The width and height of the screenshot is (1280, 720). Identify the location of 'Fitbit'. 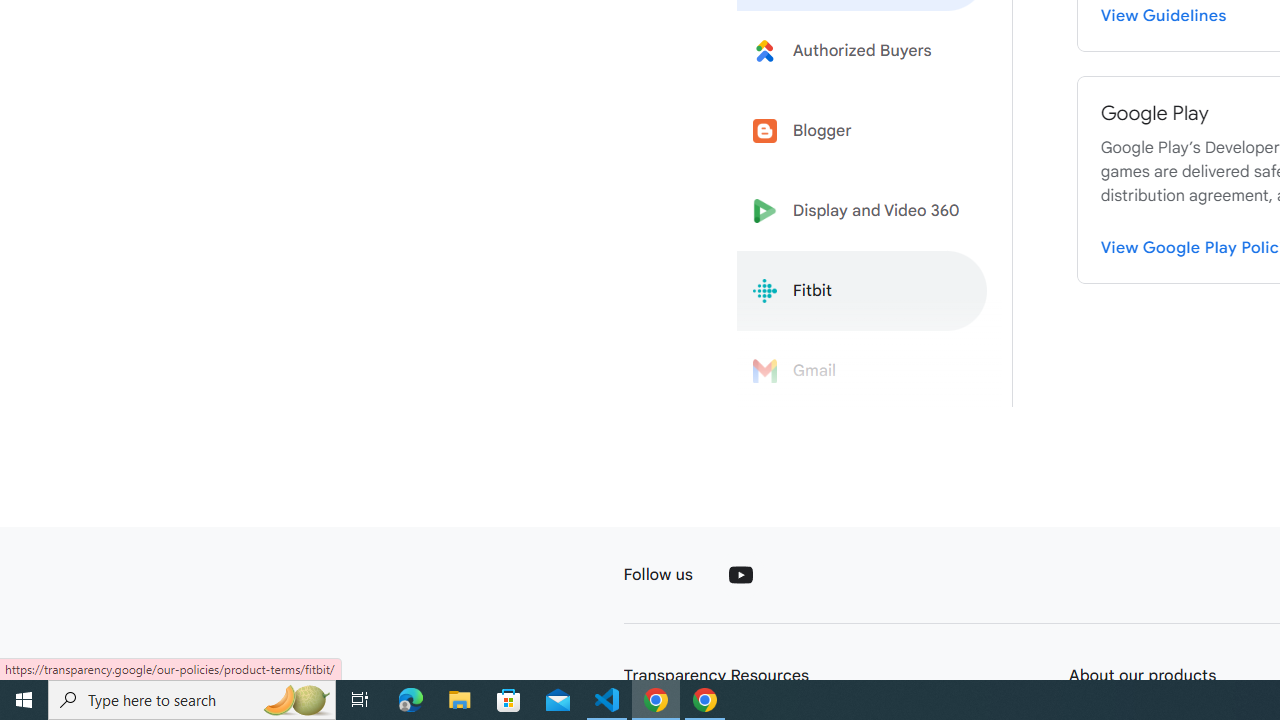
(862, 291).